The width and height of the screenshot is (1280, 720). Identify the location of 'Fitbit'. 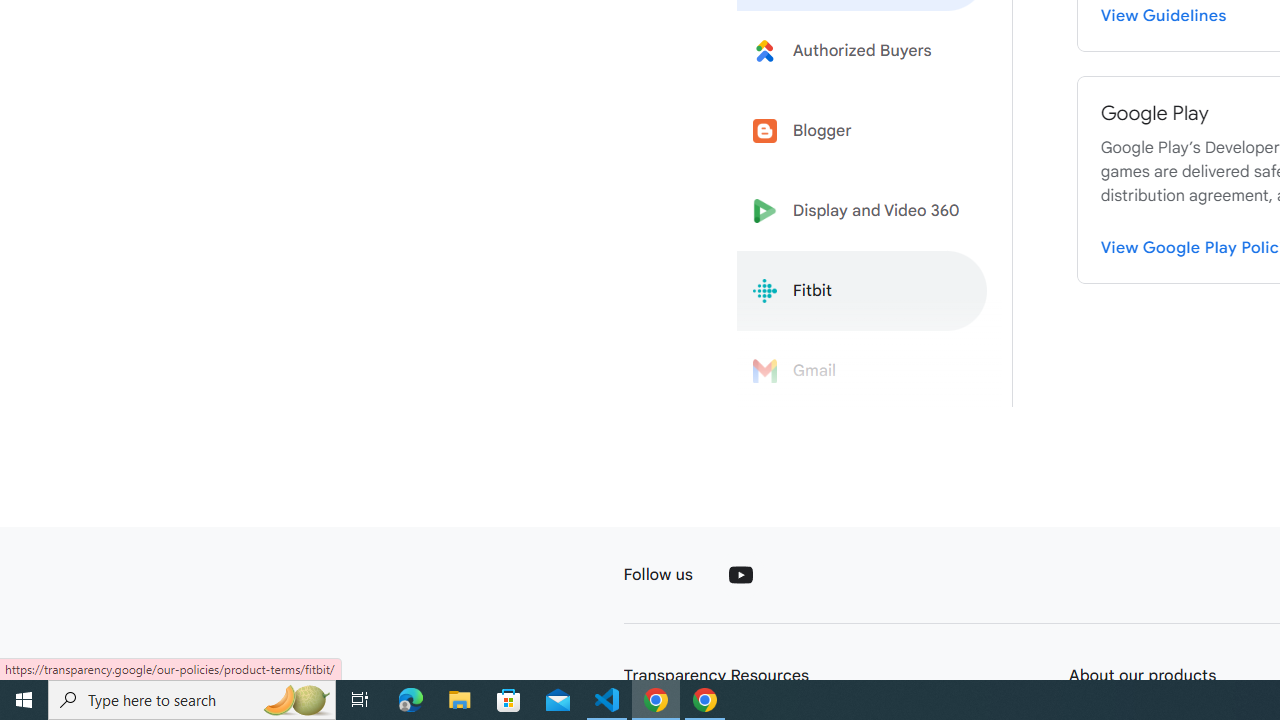
(862, 291).